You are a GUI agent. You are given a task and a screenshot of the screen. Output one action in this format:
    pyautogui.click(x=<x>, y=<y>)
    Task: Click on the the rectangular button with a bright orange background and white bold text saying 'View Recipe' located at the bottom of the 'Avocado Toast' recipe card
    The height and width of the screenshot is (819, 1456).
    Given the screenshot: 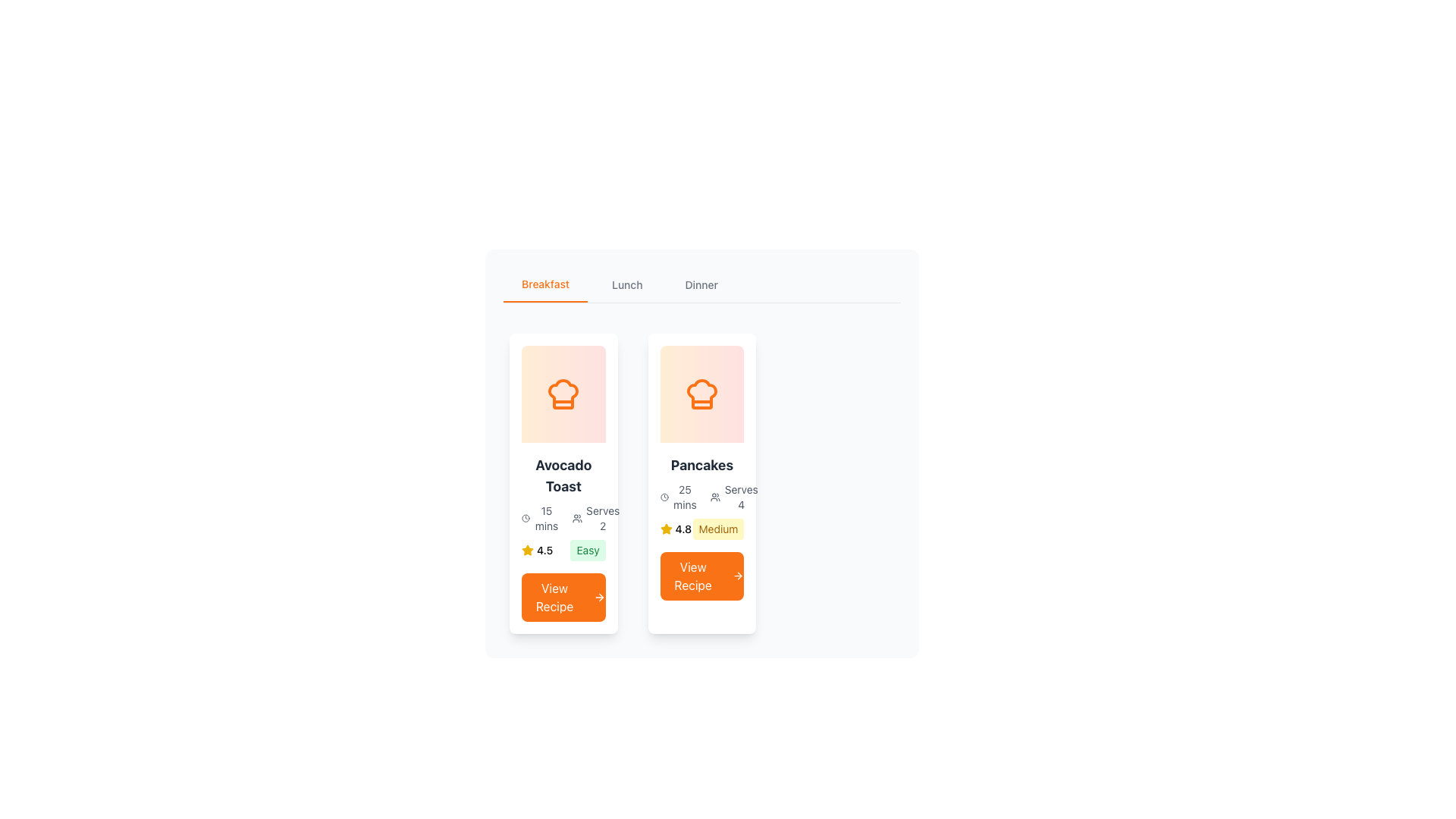 What is the action you would take?
    pyautogui.click(x=563, y=596)
    